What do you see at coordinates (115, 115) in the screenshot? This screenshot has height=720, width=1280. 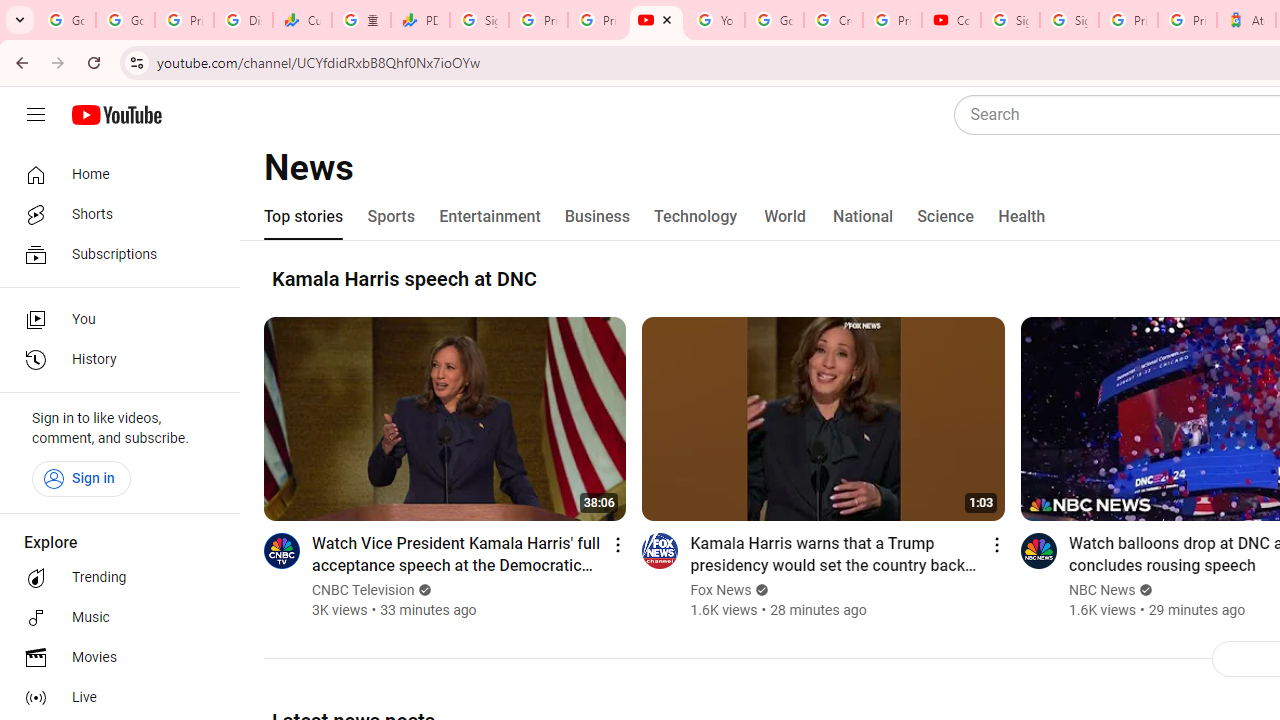 I see `'YouTube Home'` at bounding box center [115, 115].